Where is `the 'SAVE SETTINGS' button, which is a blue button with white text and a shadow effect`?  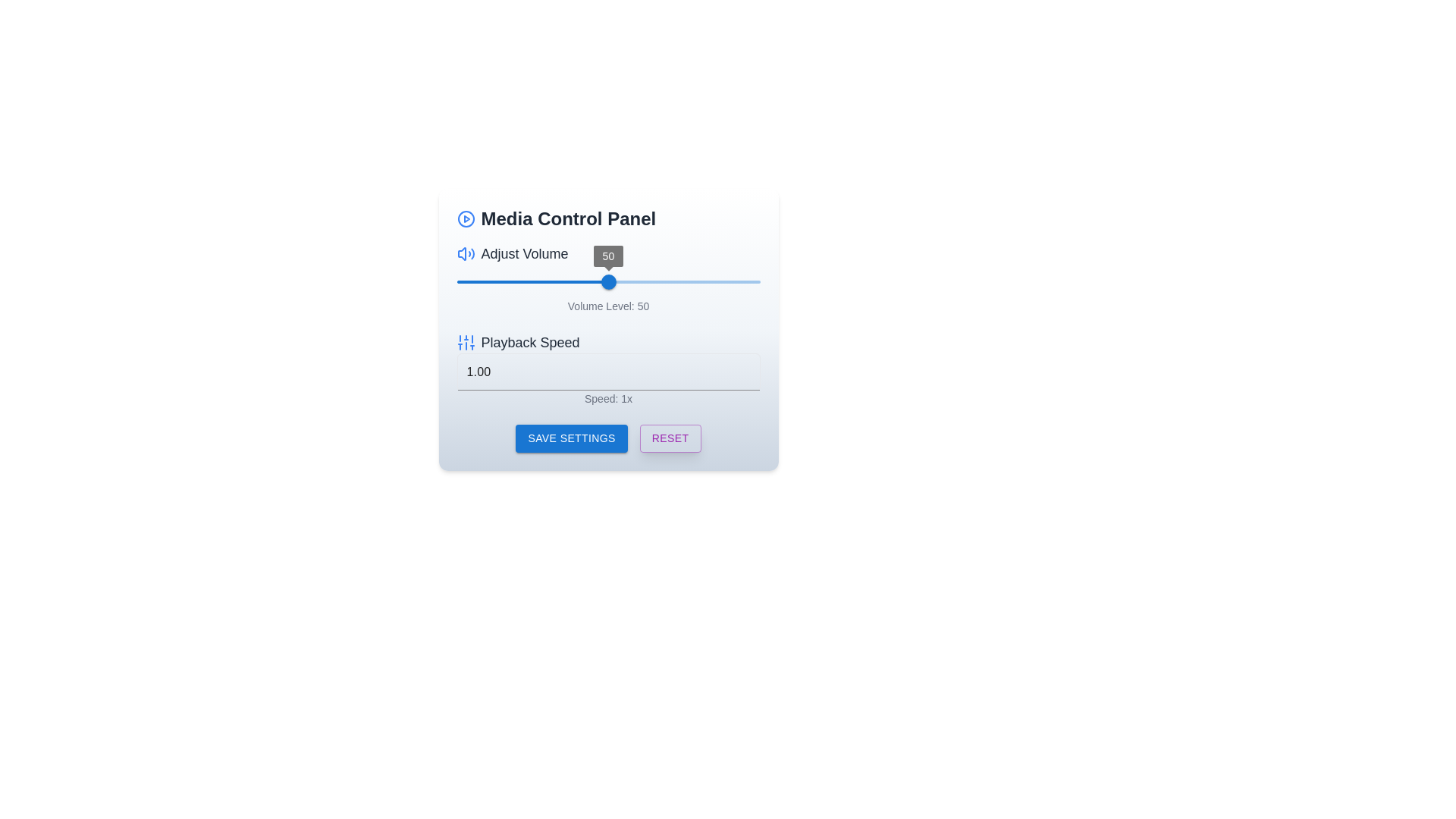
the 'SAVE SETTINGS' button, which is a blue button with white text and a shadow effect is located at coordinates (571, 438).